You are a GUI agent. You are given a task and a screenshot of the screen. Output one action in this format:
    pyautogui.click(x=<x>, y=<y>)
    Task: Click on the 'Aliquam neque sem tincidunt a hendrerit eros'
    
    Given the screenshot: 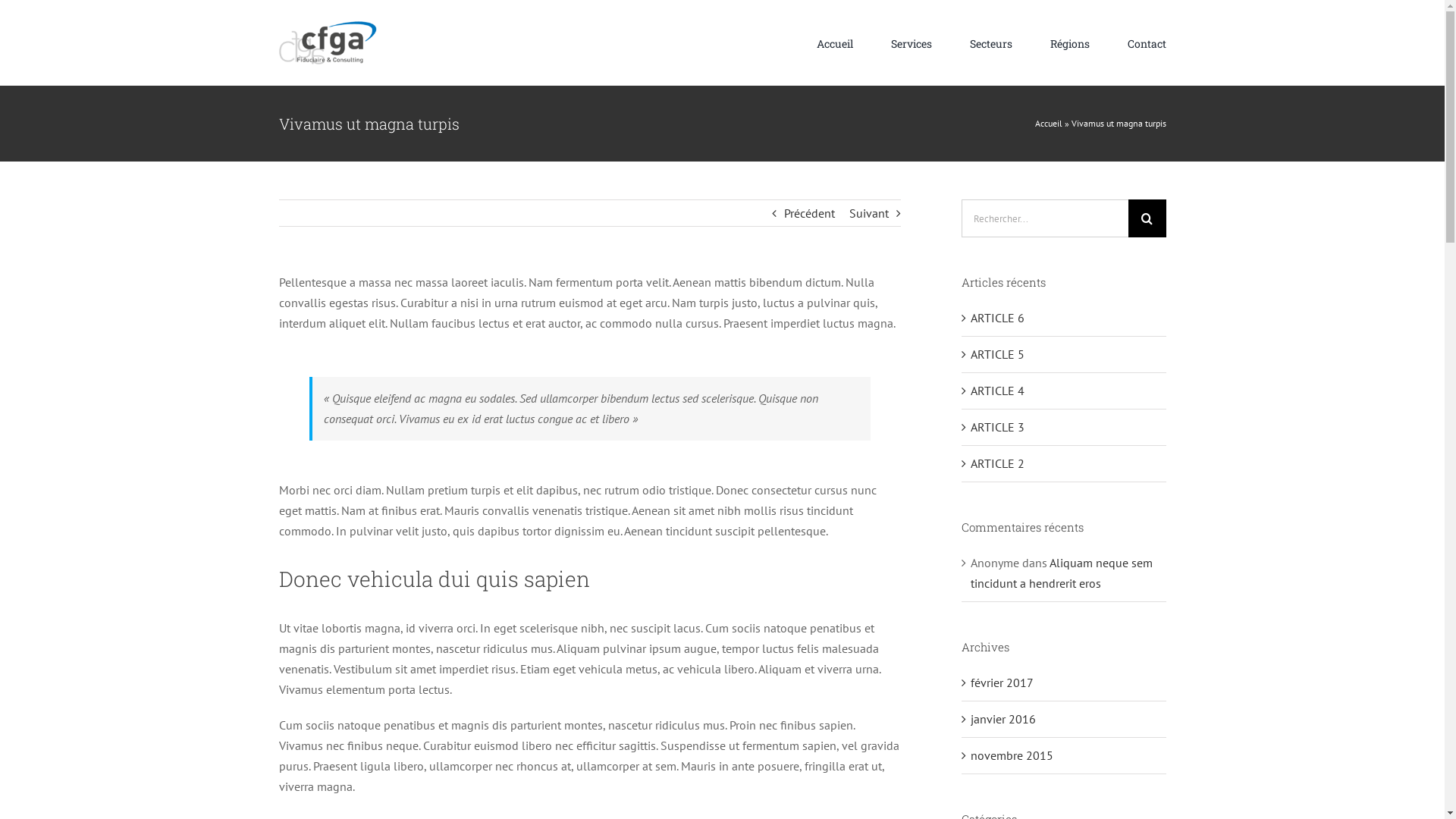 What is the action you would take?
    pyautogui.click(x=971, y=573)
    